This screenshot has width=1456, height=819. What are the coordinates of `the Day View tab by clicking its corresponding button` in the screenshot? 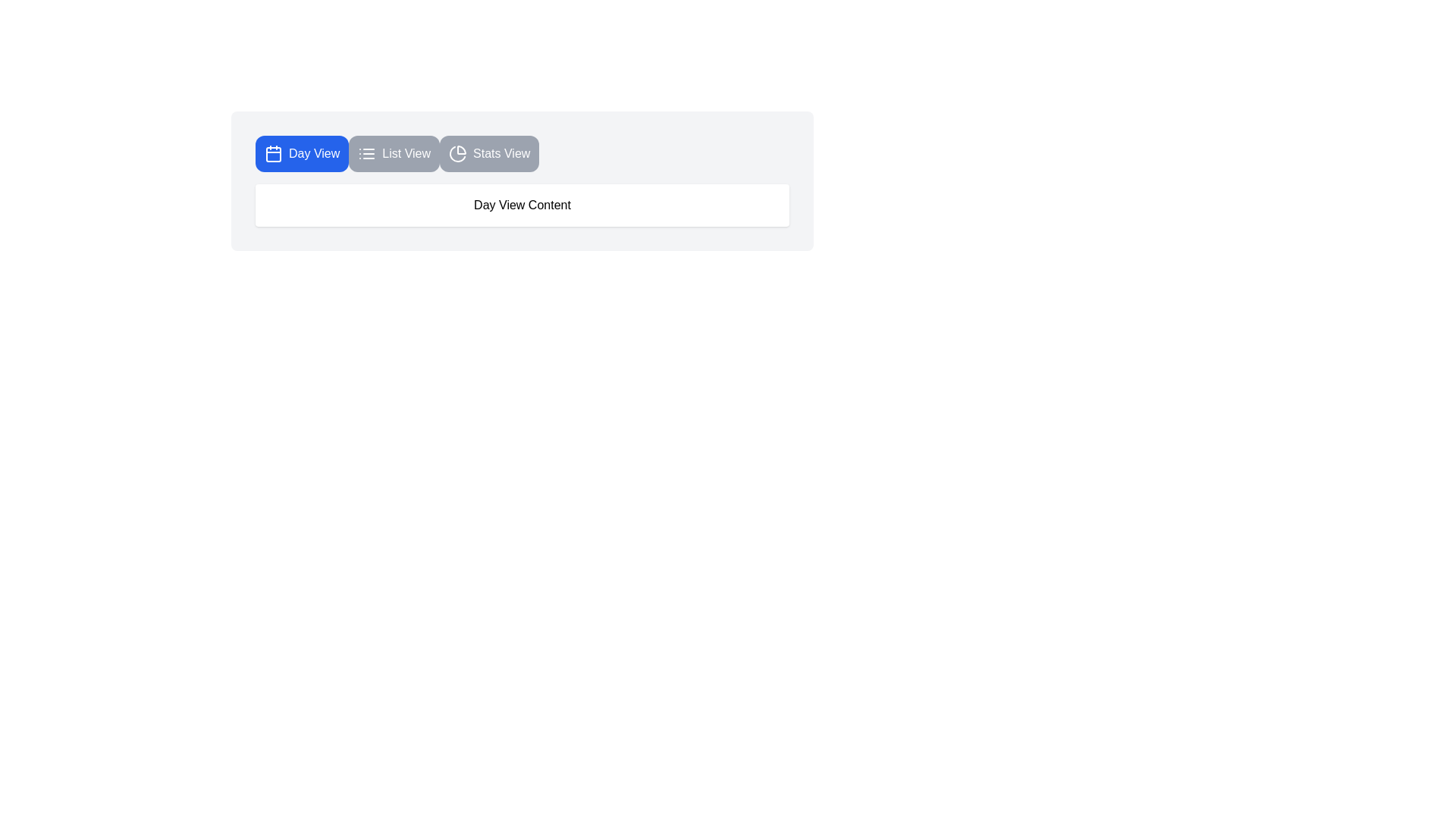 It's located at (302, 154).